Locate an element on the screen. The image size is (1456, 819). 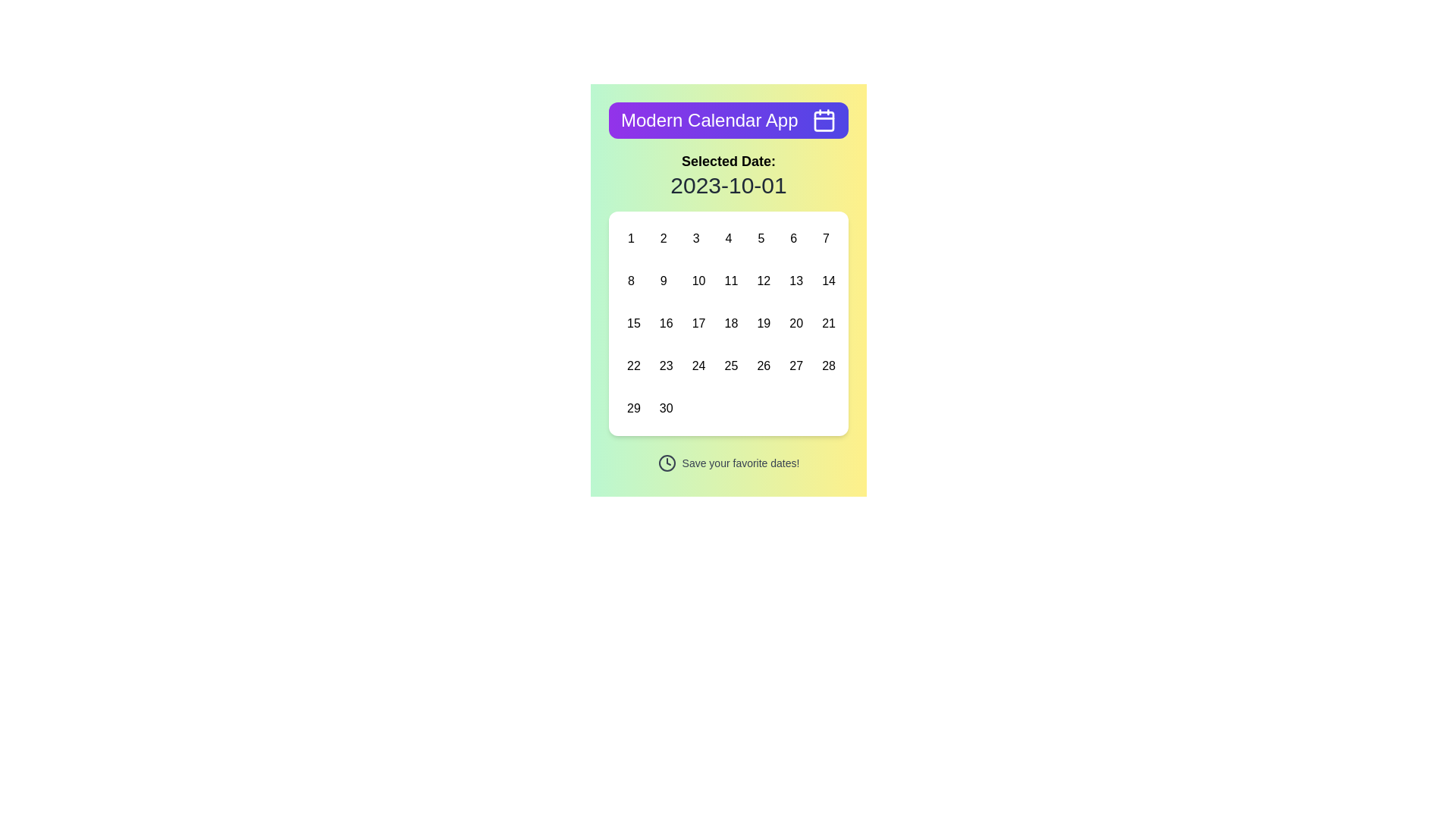
the button representing the 25th day in the calendar month, located in the fourth row and fourth column of the calendar grid is located at coordinates (728, 366).